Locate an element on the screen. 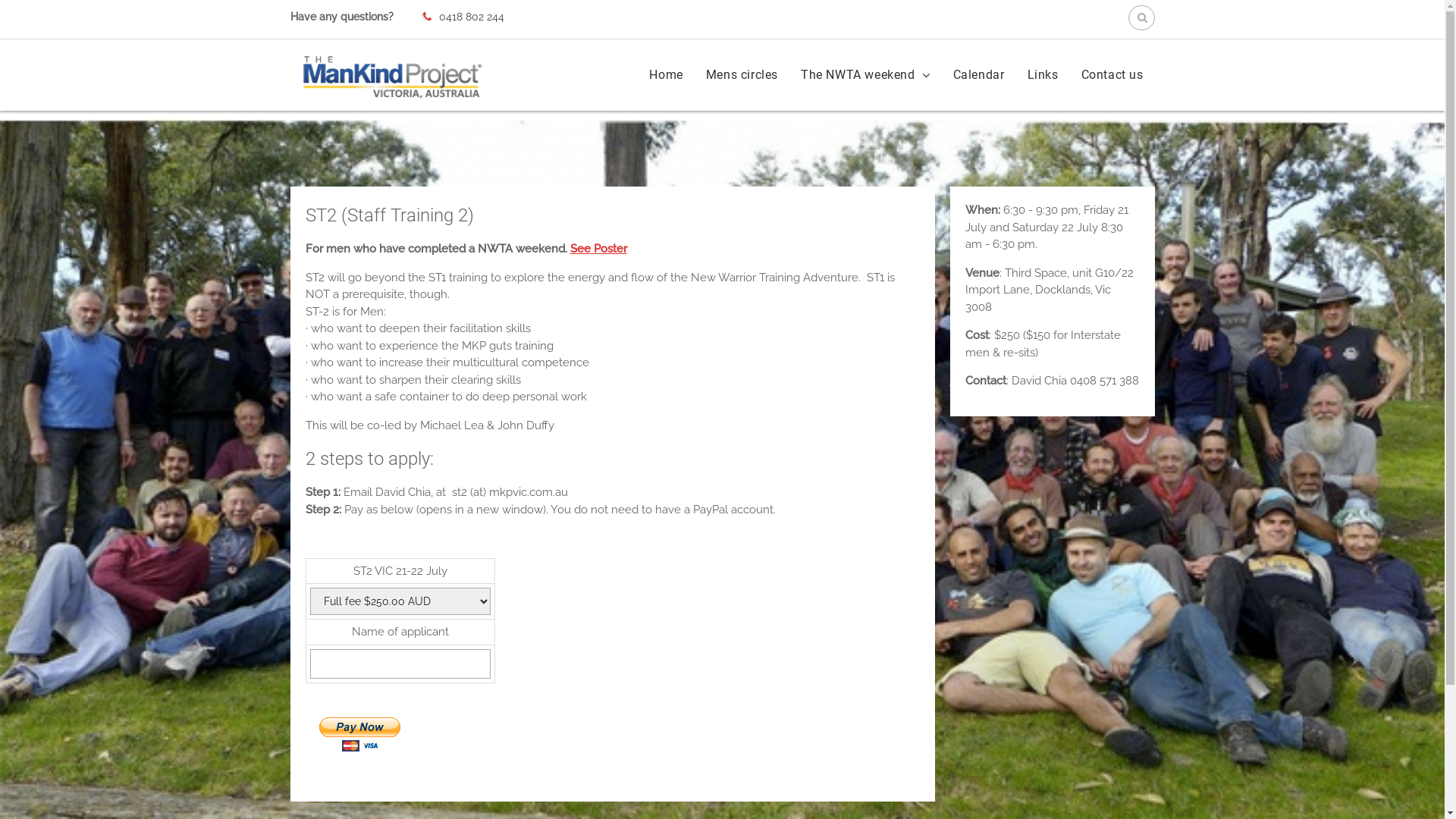 The image size is (1456, 819). 'Contact us' is located at coordinates (1112, 75).